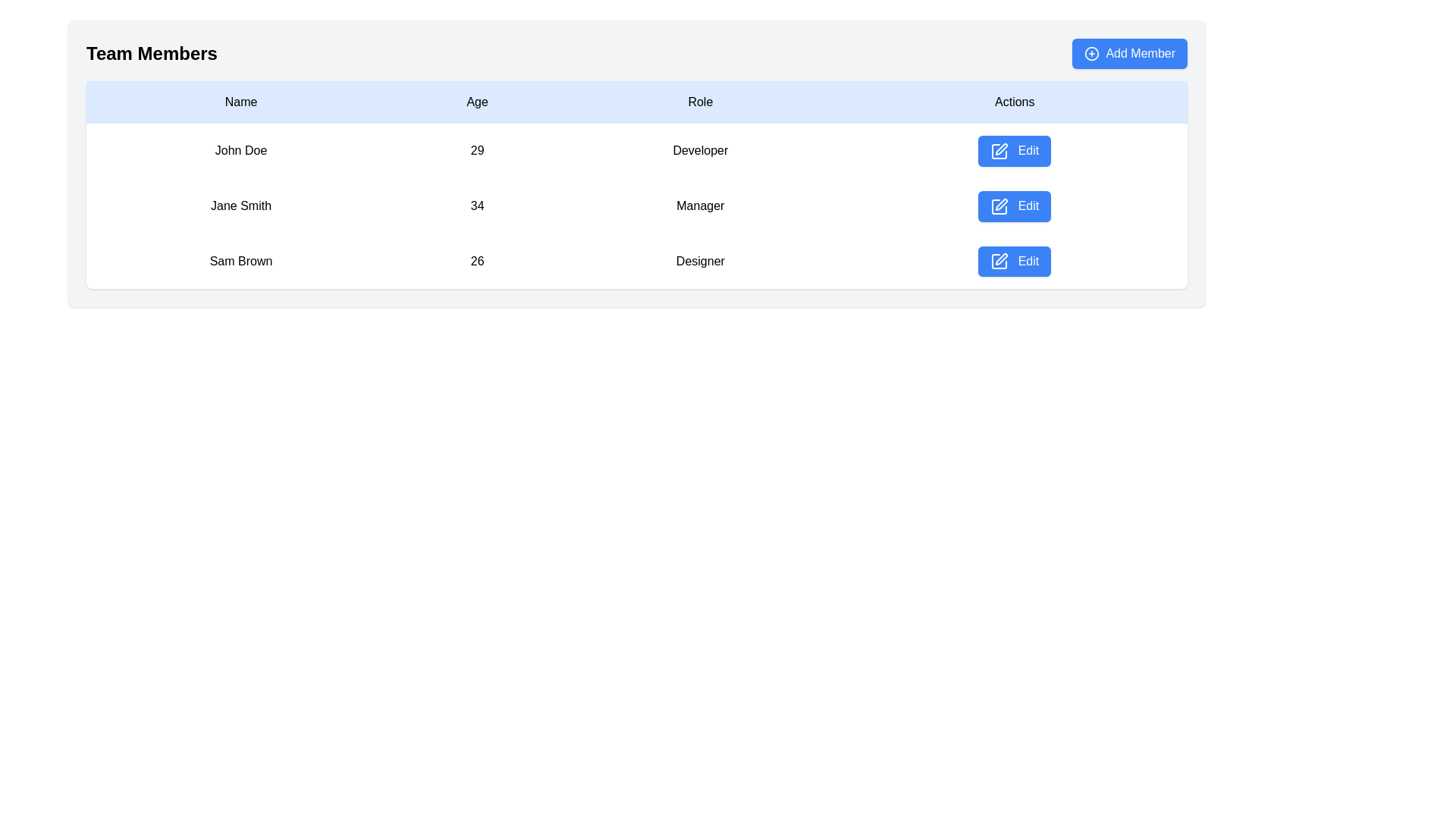 This screenshot has height=819, width=1456. Describe the element at coordinates (1002, 149) in the screenshot. I see `accessible properties of the Edit icon located in the top-right area of the first row of the table` at that location.